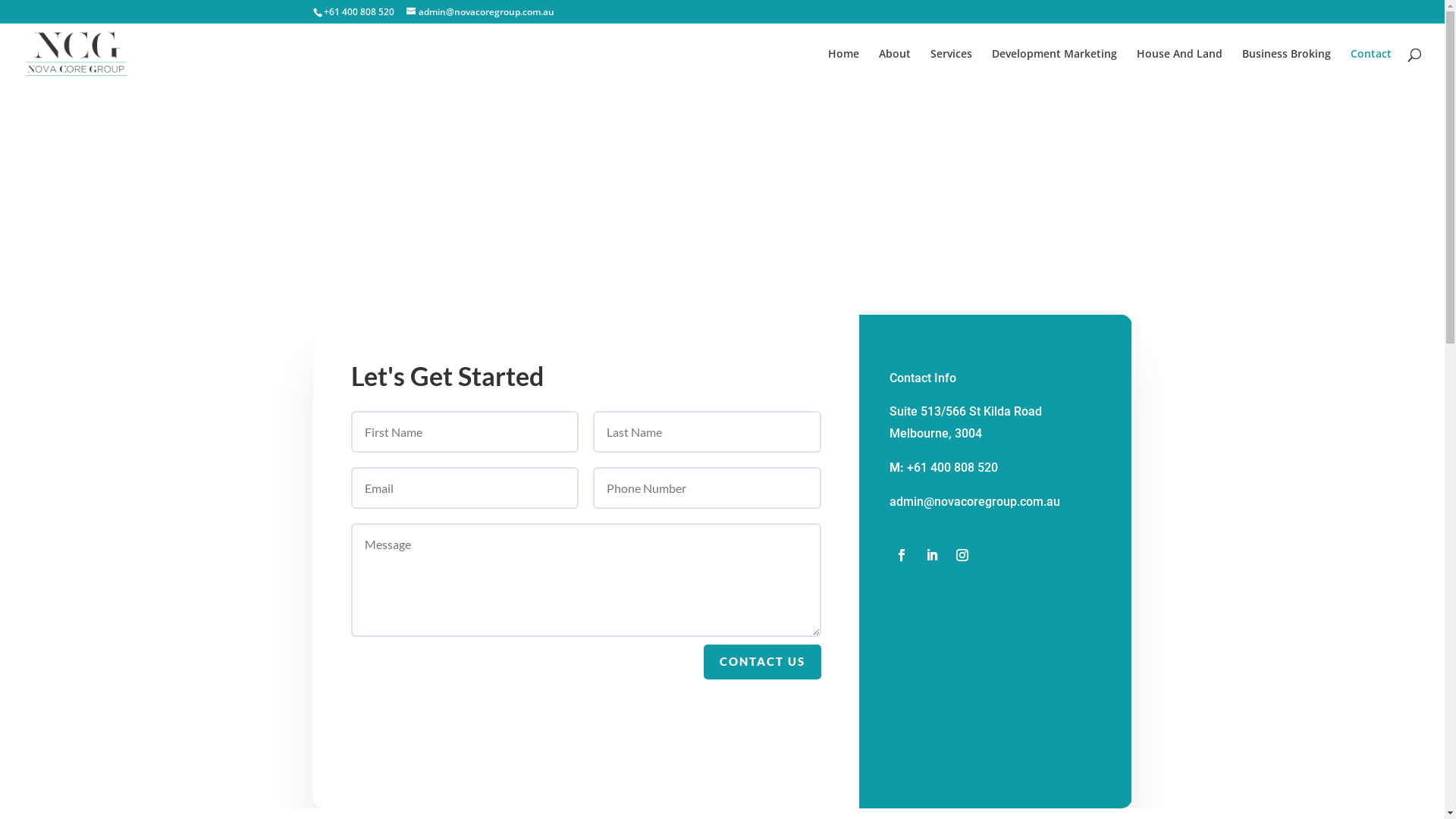  What do you see at coordinates (843, 65) in the screenshot?
I see `'Home'` at bounding box center [843, 65].